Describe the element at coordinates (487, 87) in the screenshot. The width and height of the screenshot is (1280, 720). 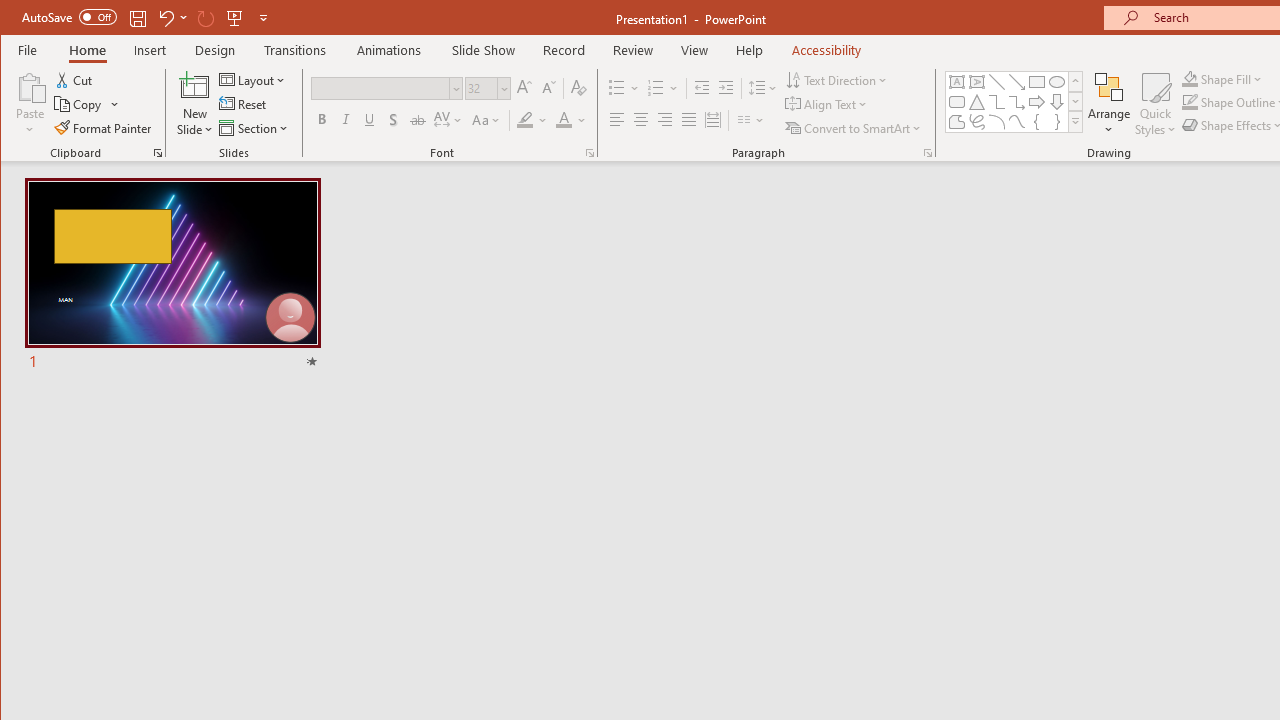
I see `'Font Size'` at that location.